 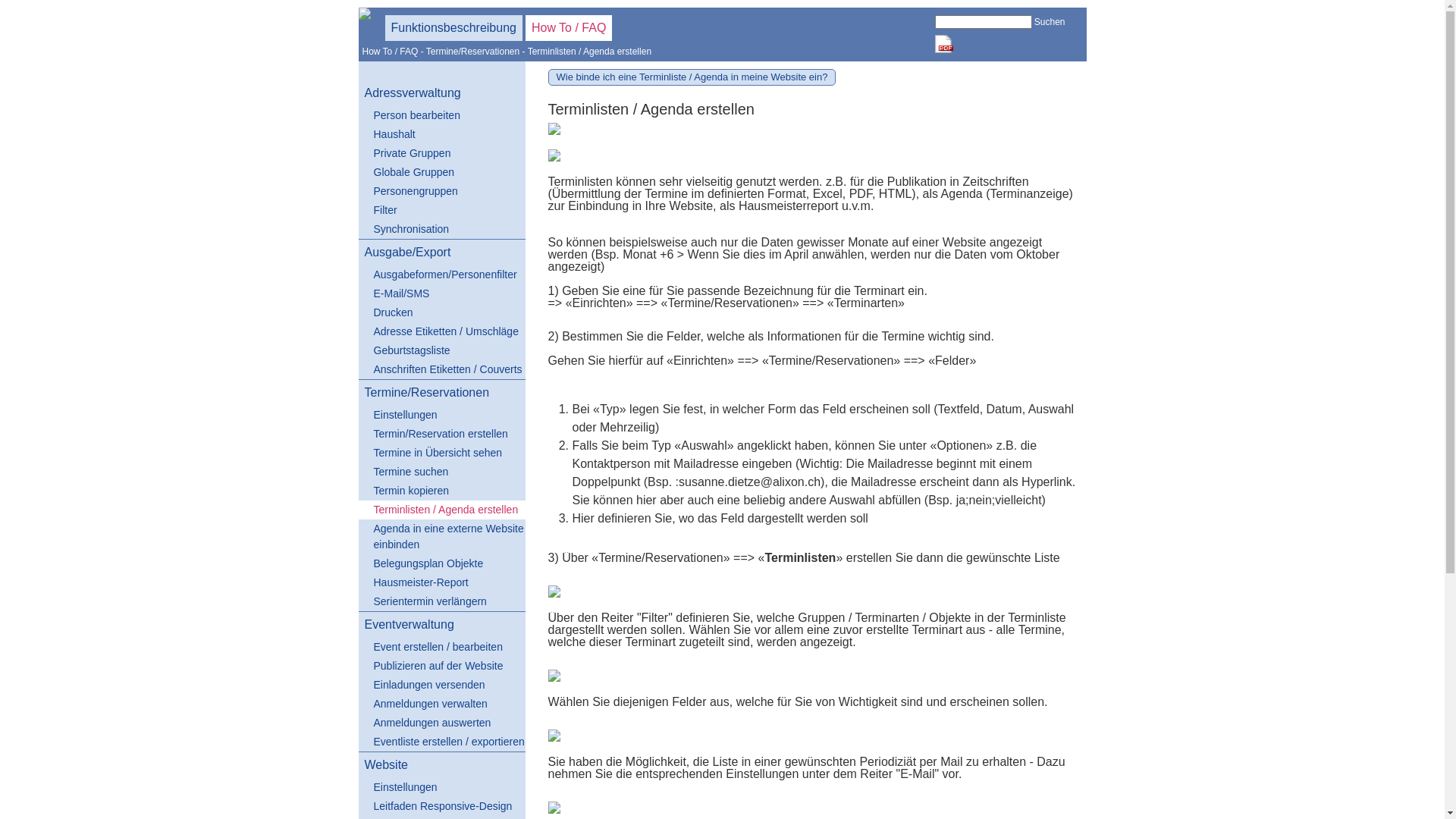 I want to click on 'Eventliste erstellen / exportieren', so click(x=356, y=741).